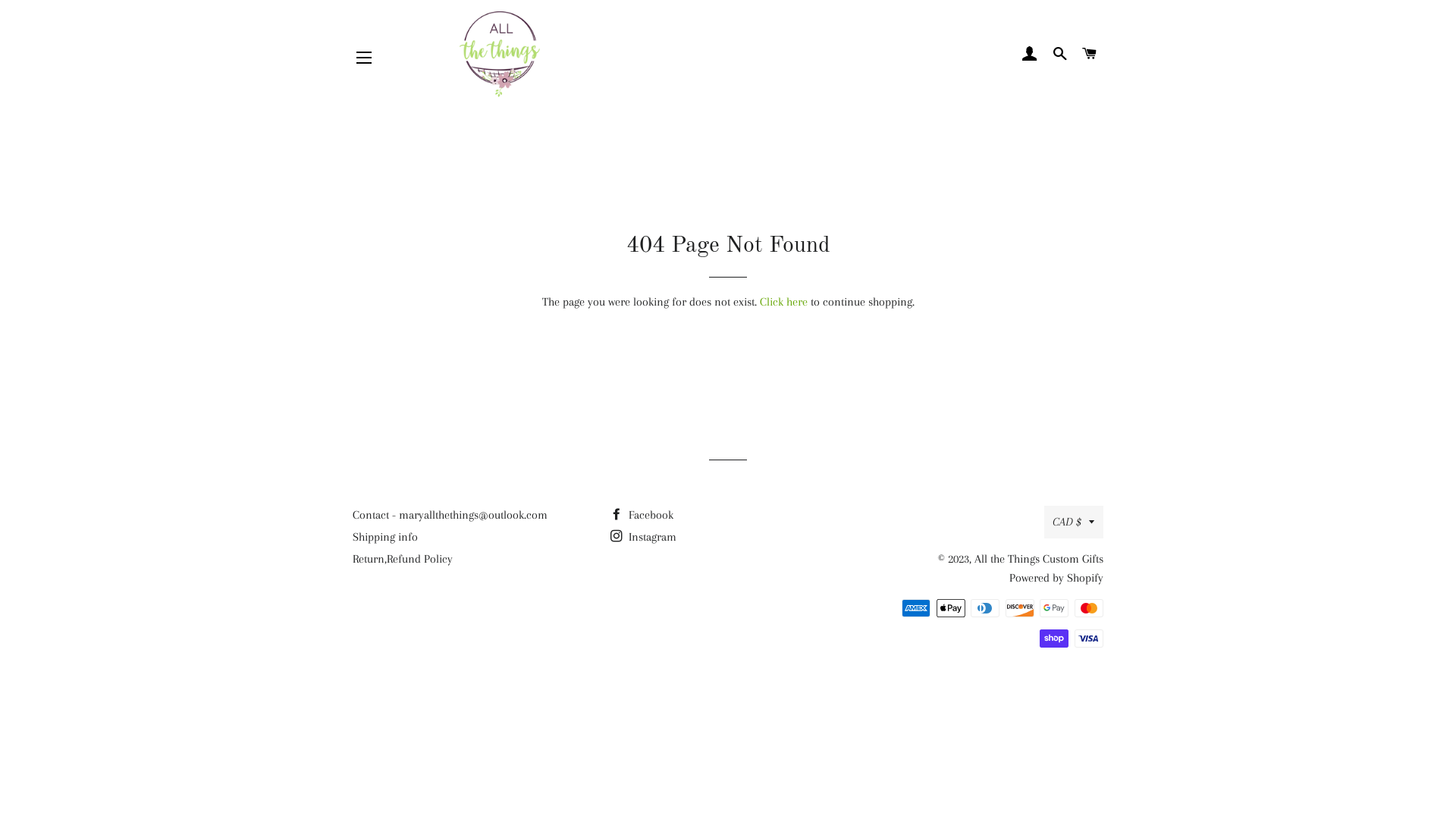 The image size is (1456, 819). Describe the element at coordinates (403, 558) in the screenshot. I see `'Return,Refund Policy'` at that location.